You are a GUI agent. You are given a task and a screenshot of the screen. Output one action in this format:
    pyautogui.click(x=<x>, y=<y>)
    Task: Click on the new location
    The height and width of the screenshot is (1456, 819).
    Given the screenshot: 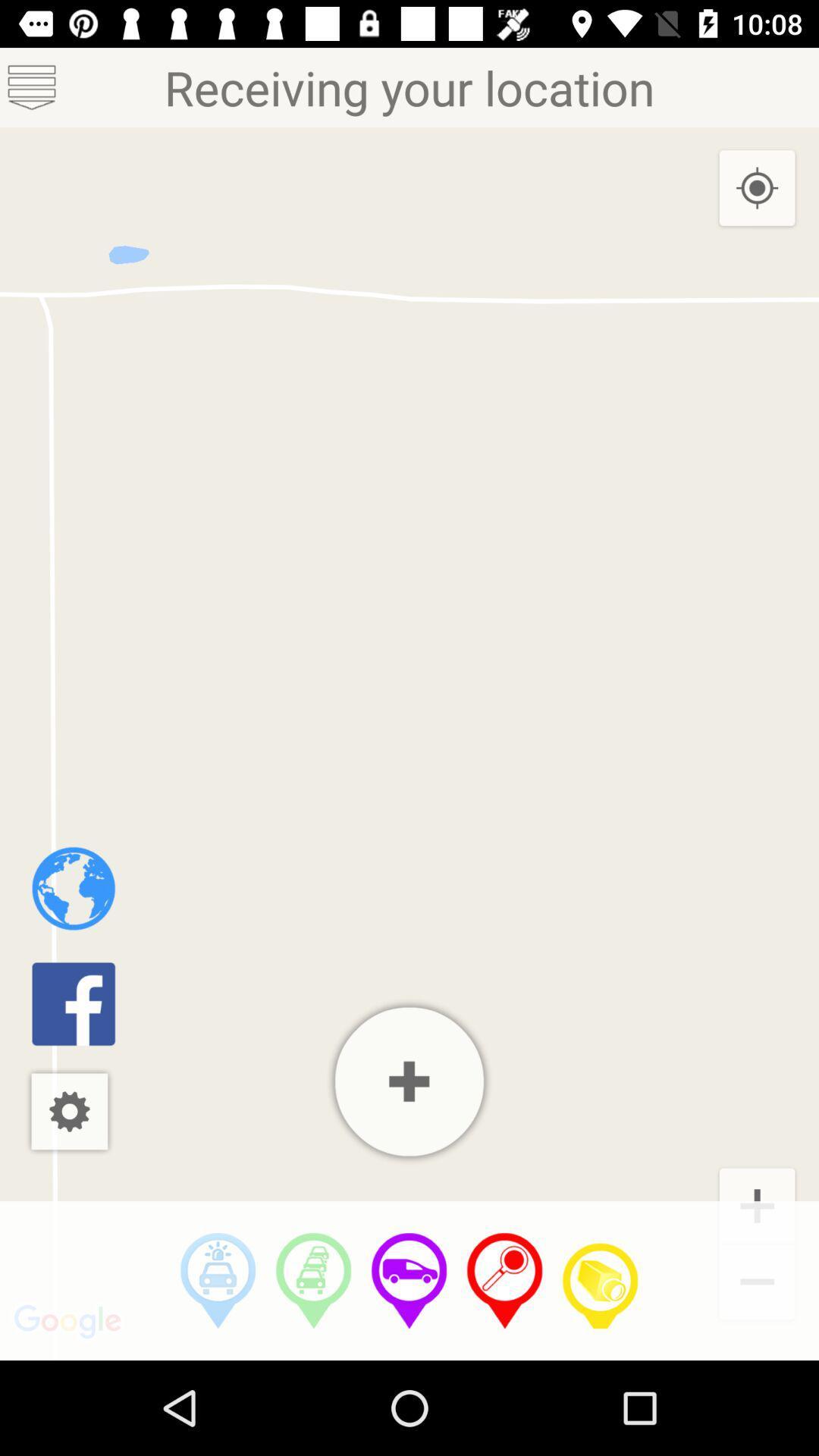 What is the action you would take?
    pyautogui.click(x=409, y=1081)
    